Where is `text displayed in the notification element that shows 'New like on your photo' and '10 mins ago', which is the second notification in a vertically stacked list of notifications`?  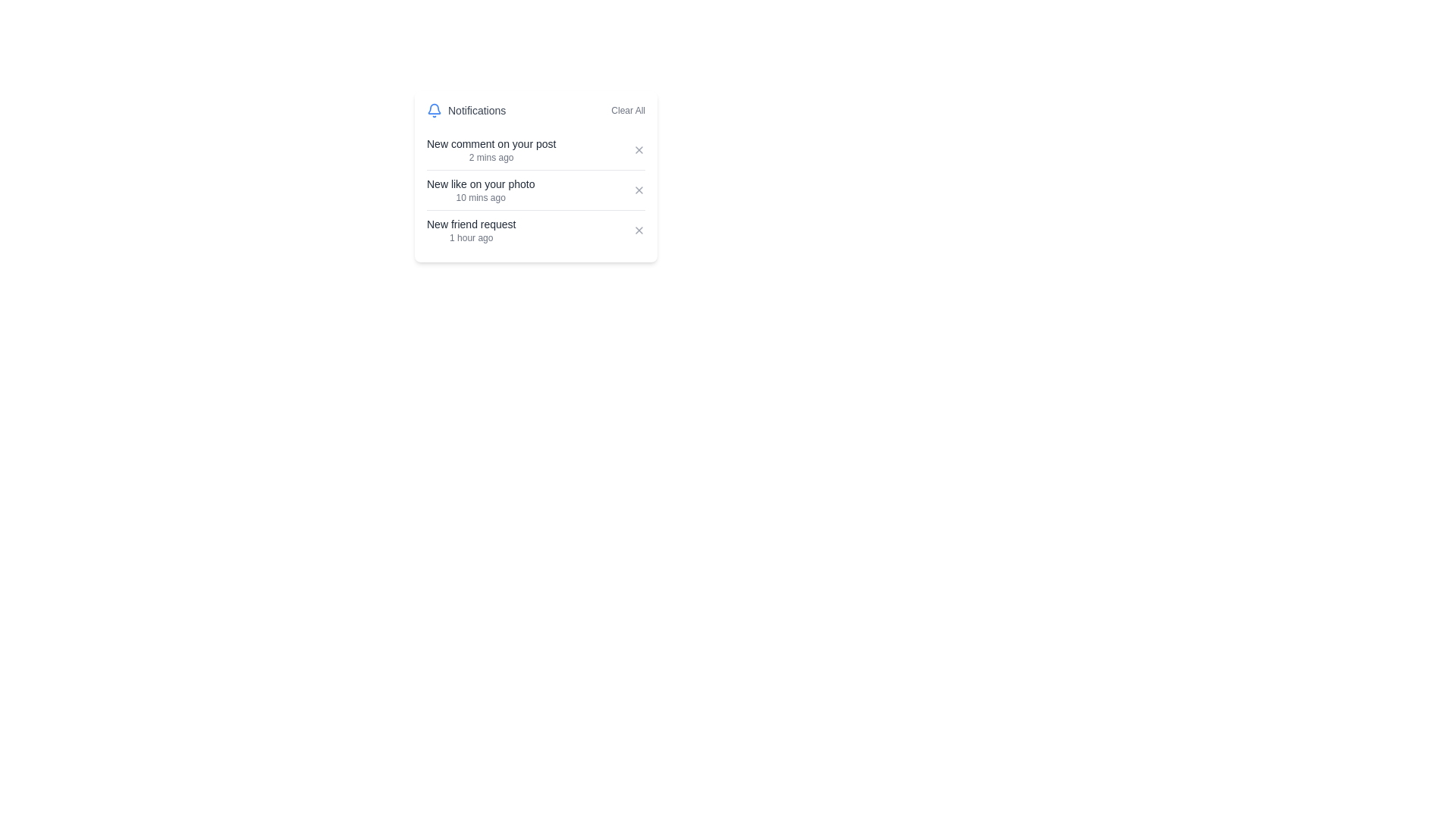 text displayed in the notification element that shows 'New like on your photo' and '10 mins ago', which is the second notification in a vertically stacked list of notifications is located at coordinates (480, 189).